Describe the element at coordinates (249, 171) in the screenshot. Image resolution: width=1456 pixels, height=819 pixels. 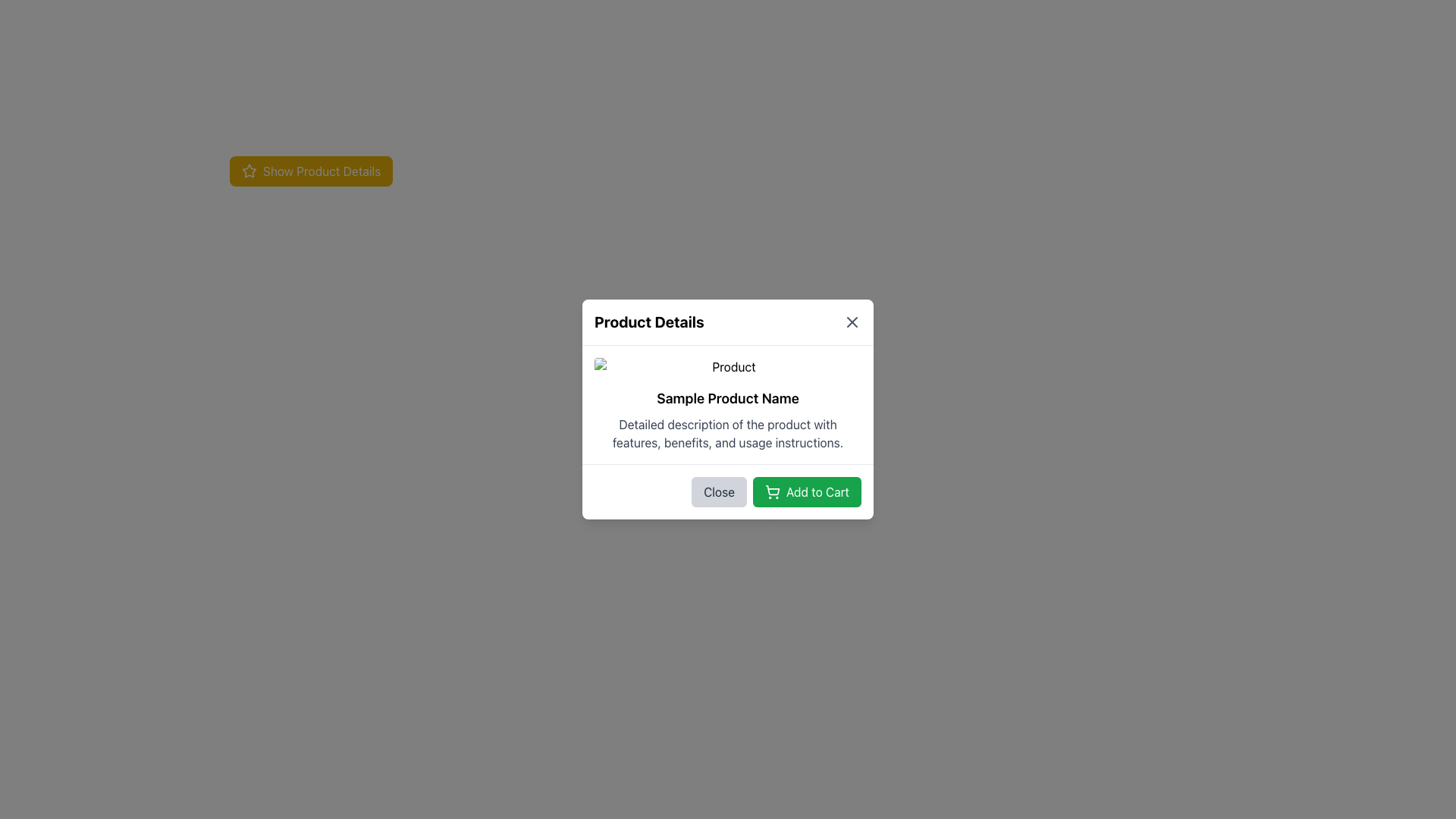
I see `the non-interactive star icon located to the left of the 'Show Product Details' text within the button-like structure` at that location.